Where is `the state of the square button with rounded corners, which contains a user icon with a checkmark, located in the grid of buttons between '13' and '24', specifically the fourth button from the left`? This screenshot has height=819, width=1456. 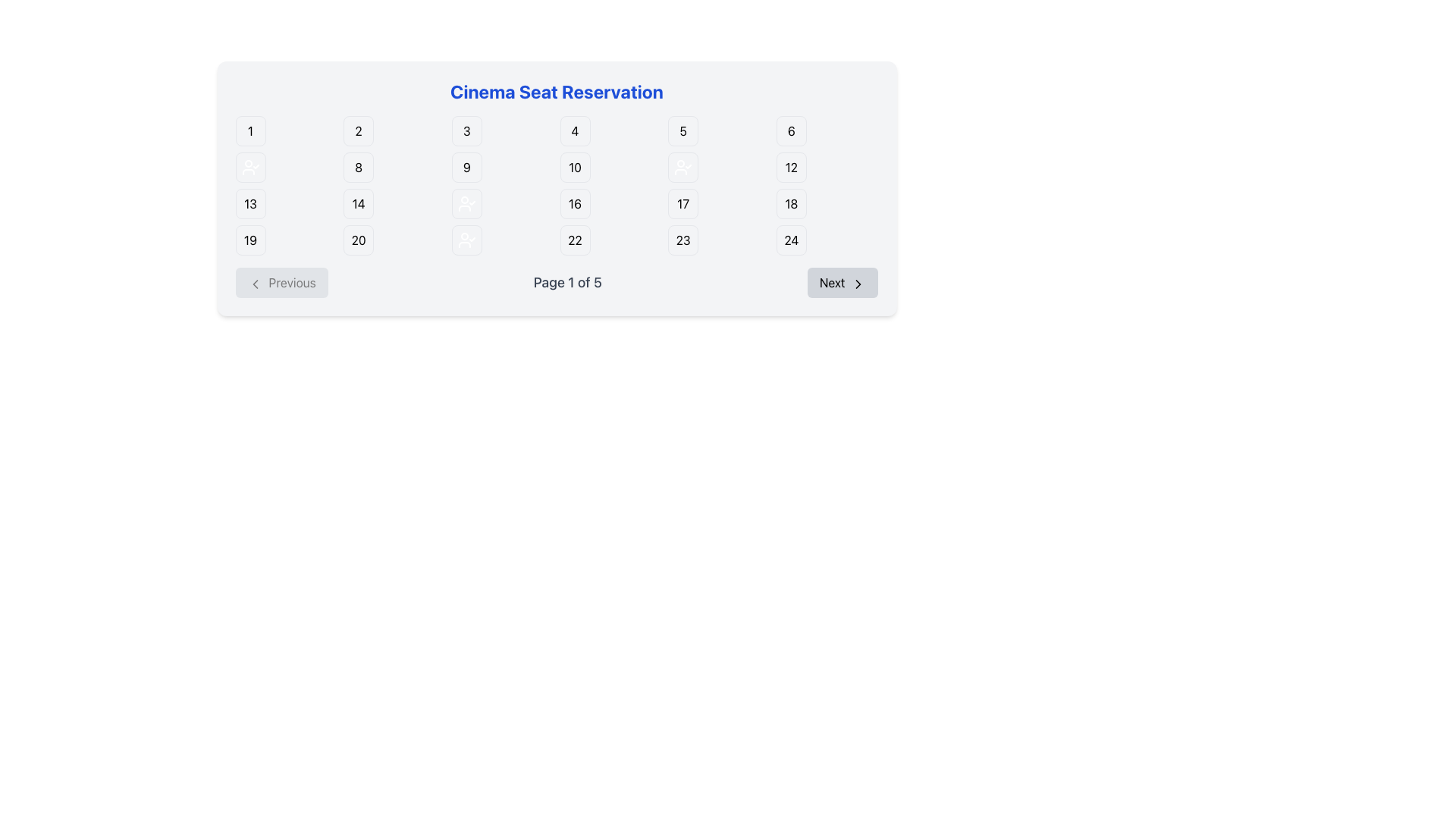
the state of the square button with rounded corners, which contains a user icon with a checkmark, located in the grid of buttons between '13' and '24', specifically the fourth button from the left is located at coordinates (466, 203).